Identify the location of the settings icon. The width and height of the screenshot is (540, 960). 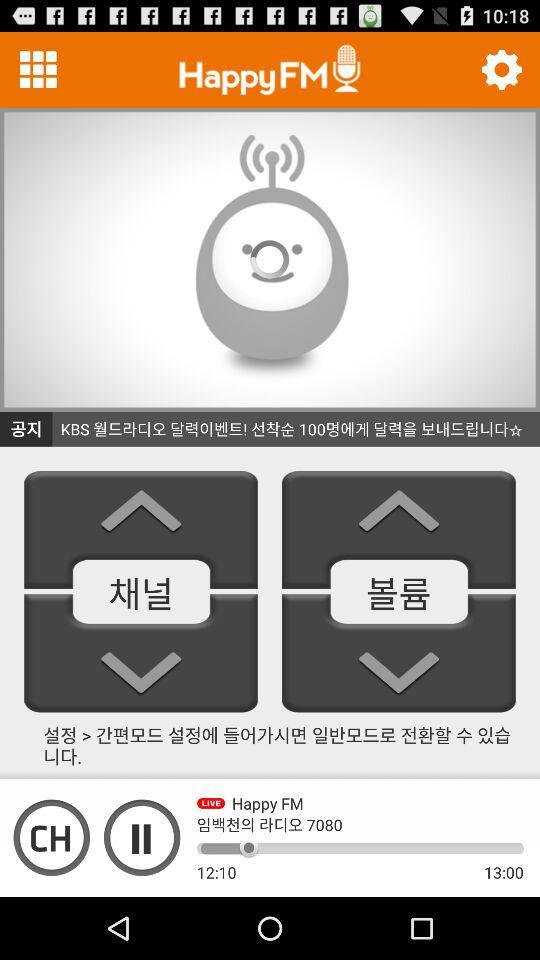
(500, 74).